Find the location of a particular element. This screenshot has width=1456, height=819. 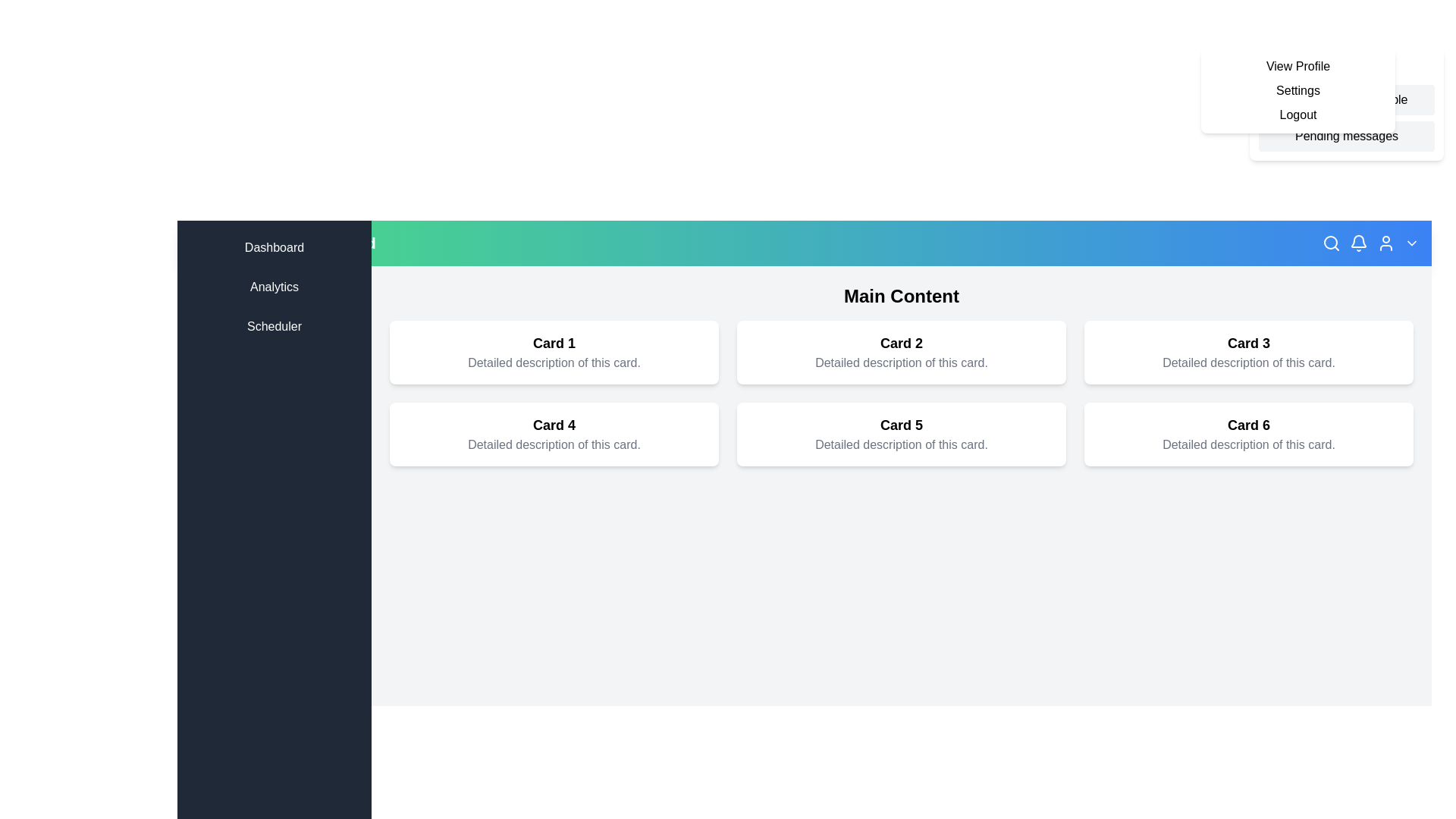

the 'Logout' button-like text link in the dropdown menu to change its color to blue is located at coordinates (1298, 114).